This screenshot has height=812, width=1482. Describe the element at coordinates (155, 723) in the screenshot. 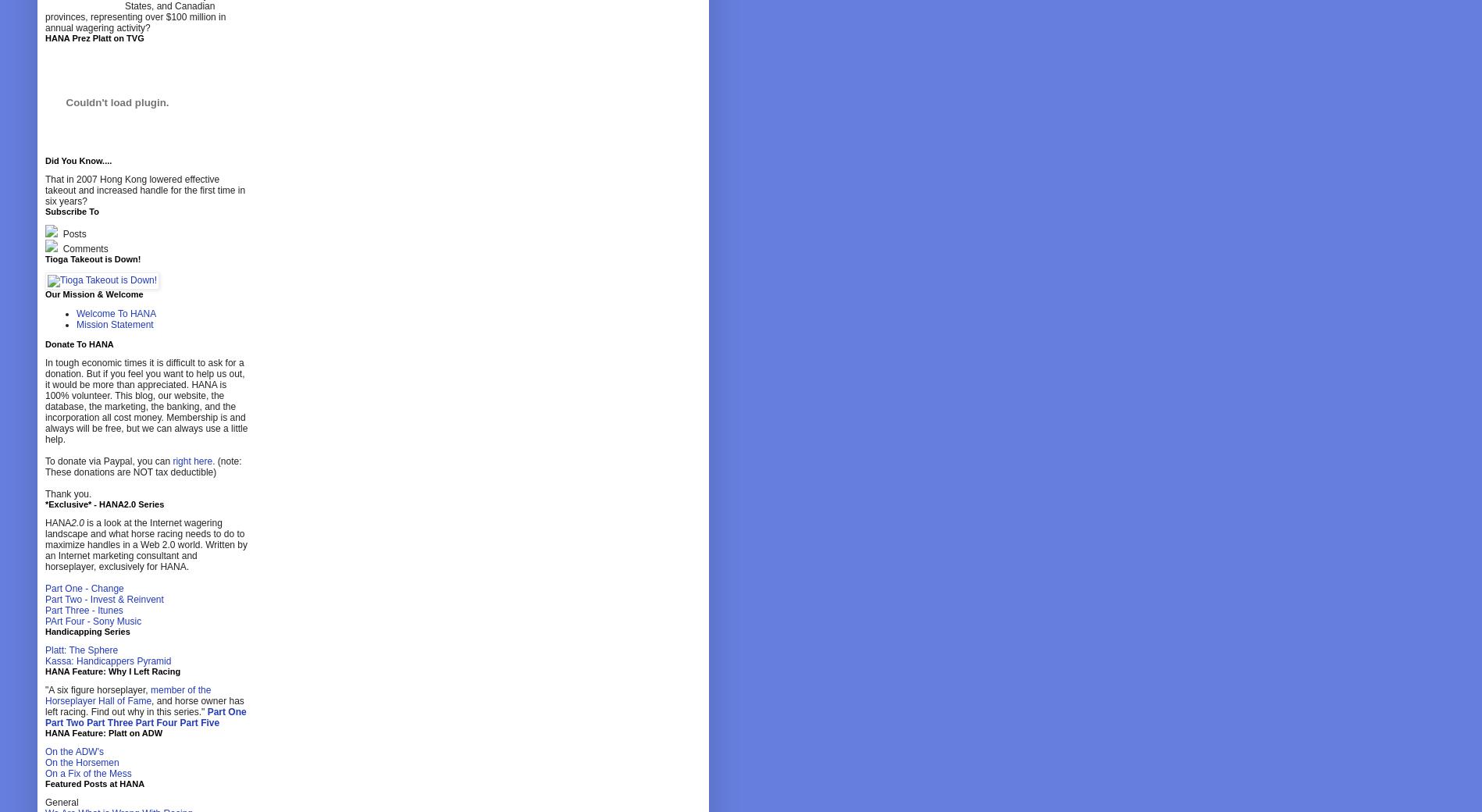

I see `'Part Four'` at that location.